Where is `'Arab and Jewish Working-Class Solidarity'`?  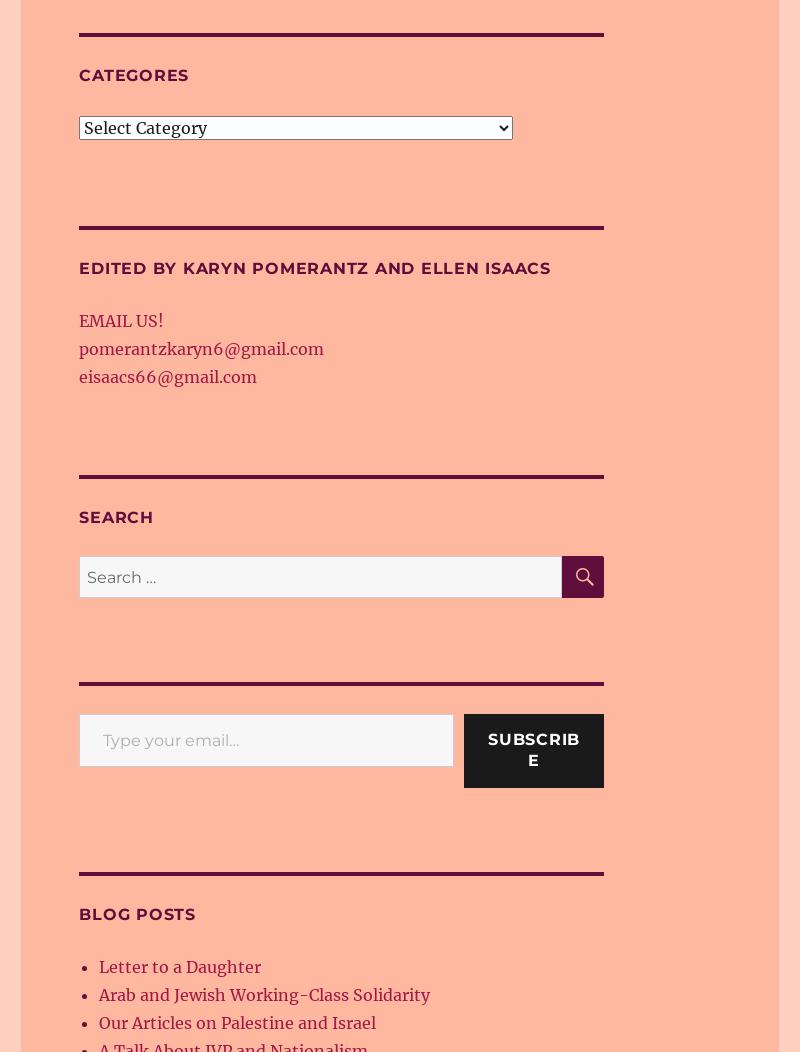
'Arab and Jewish Working-Class Solidarity' is located at coordinates (263, 994).